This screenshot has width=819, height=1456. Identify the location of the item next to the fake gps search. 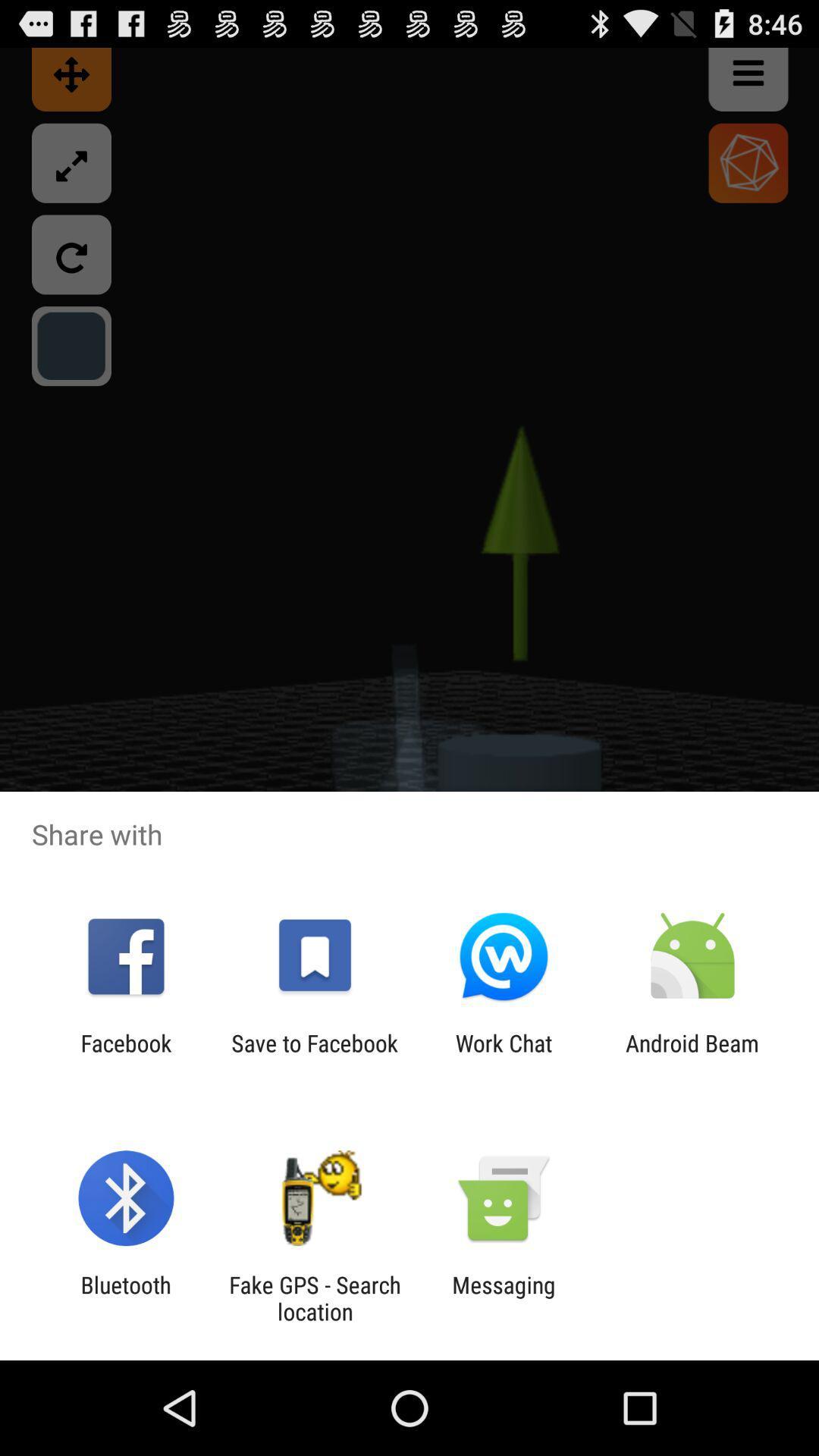
(504, 1298).